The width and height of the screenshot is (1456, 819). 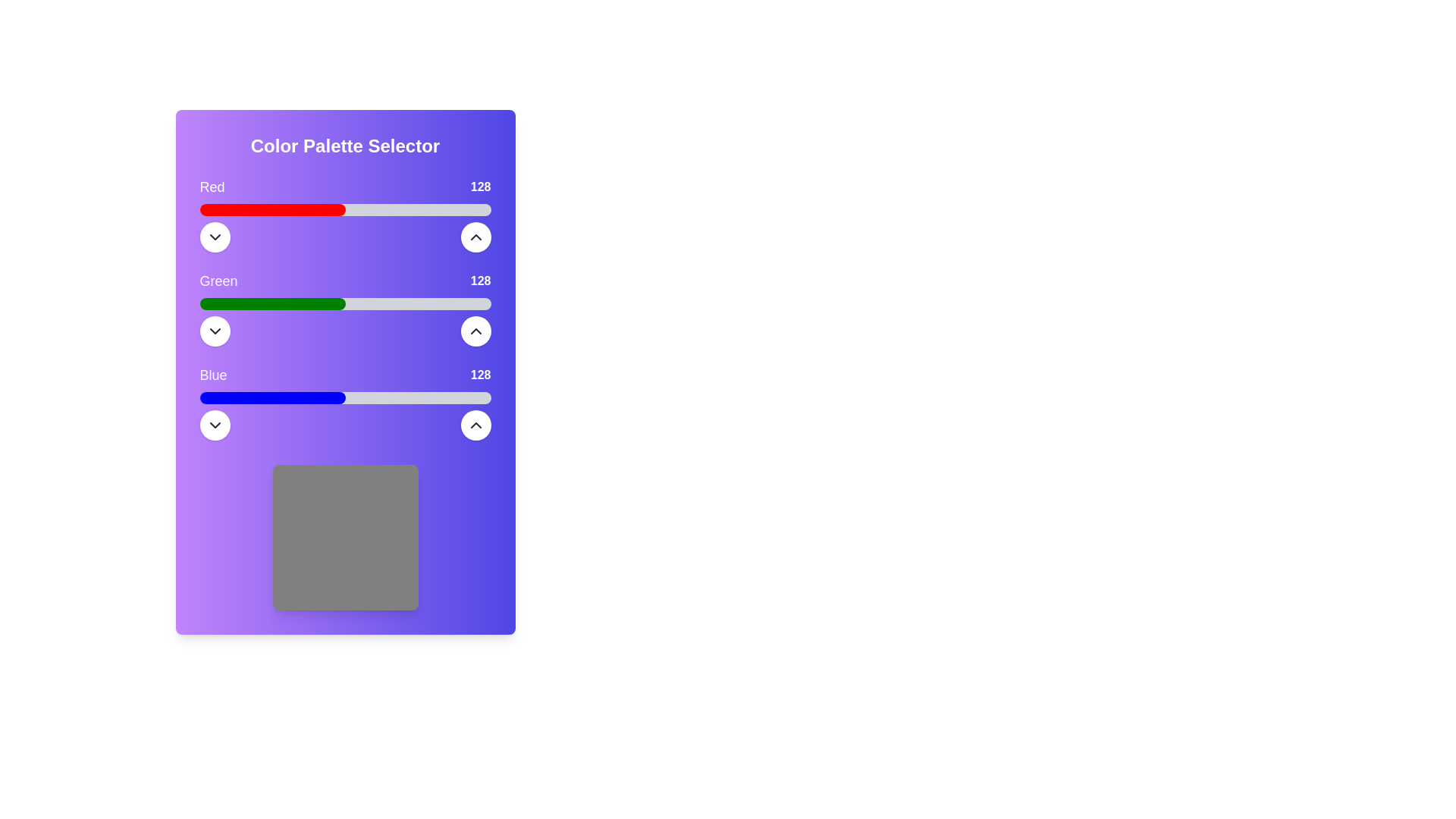 What do you see at coordinates (412, 304) in the screenshot?
I see `the green component of the color` at bounding box center [412, 304].